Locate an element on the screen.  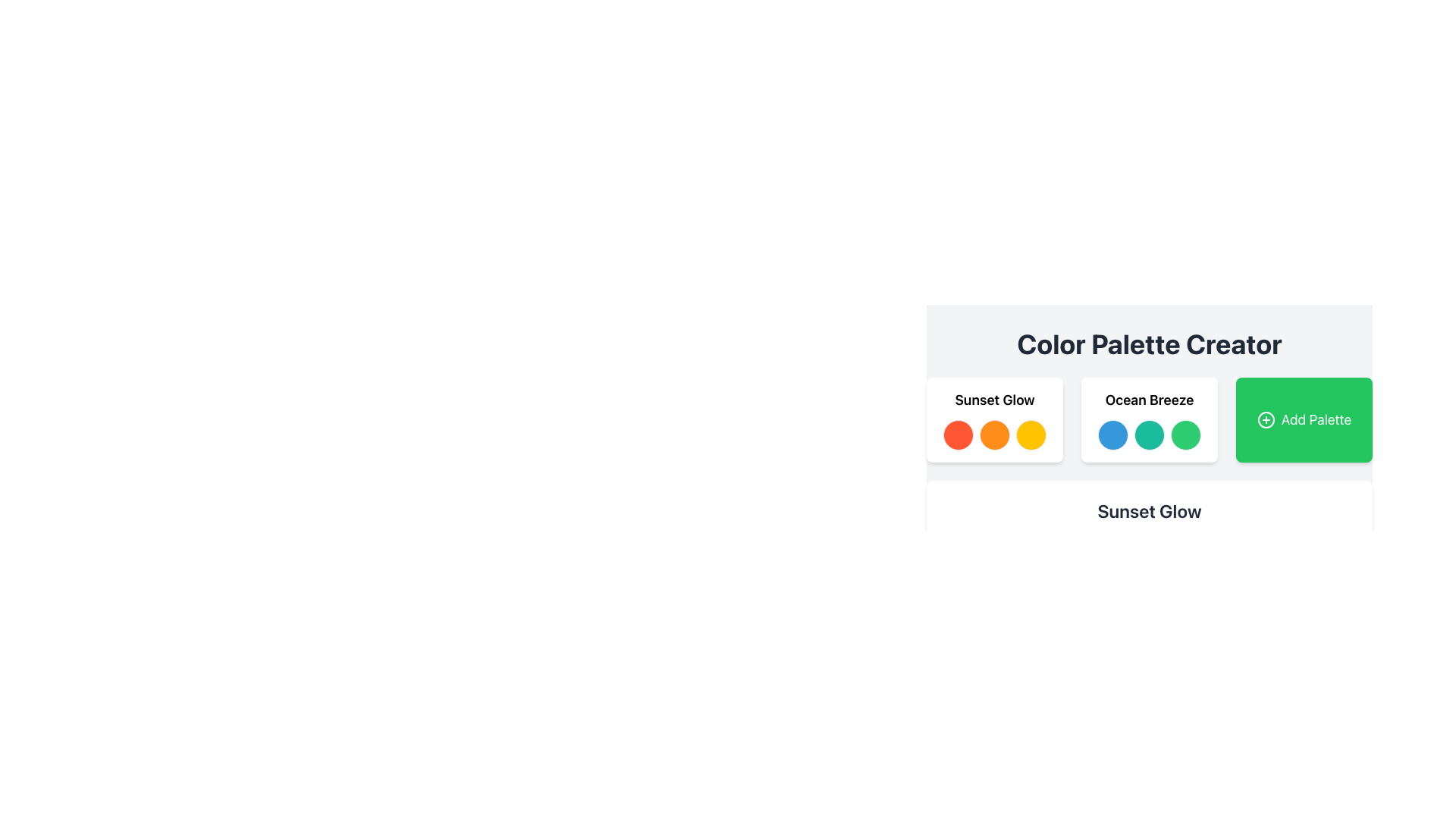
the 'Add Palette' button with a vibrant green background located in the top-right corner of the grid layout, adjacent to 'Ocean Breeze' is located at coordinates (1303, 420).